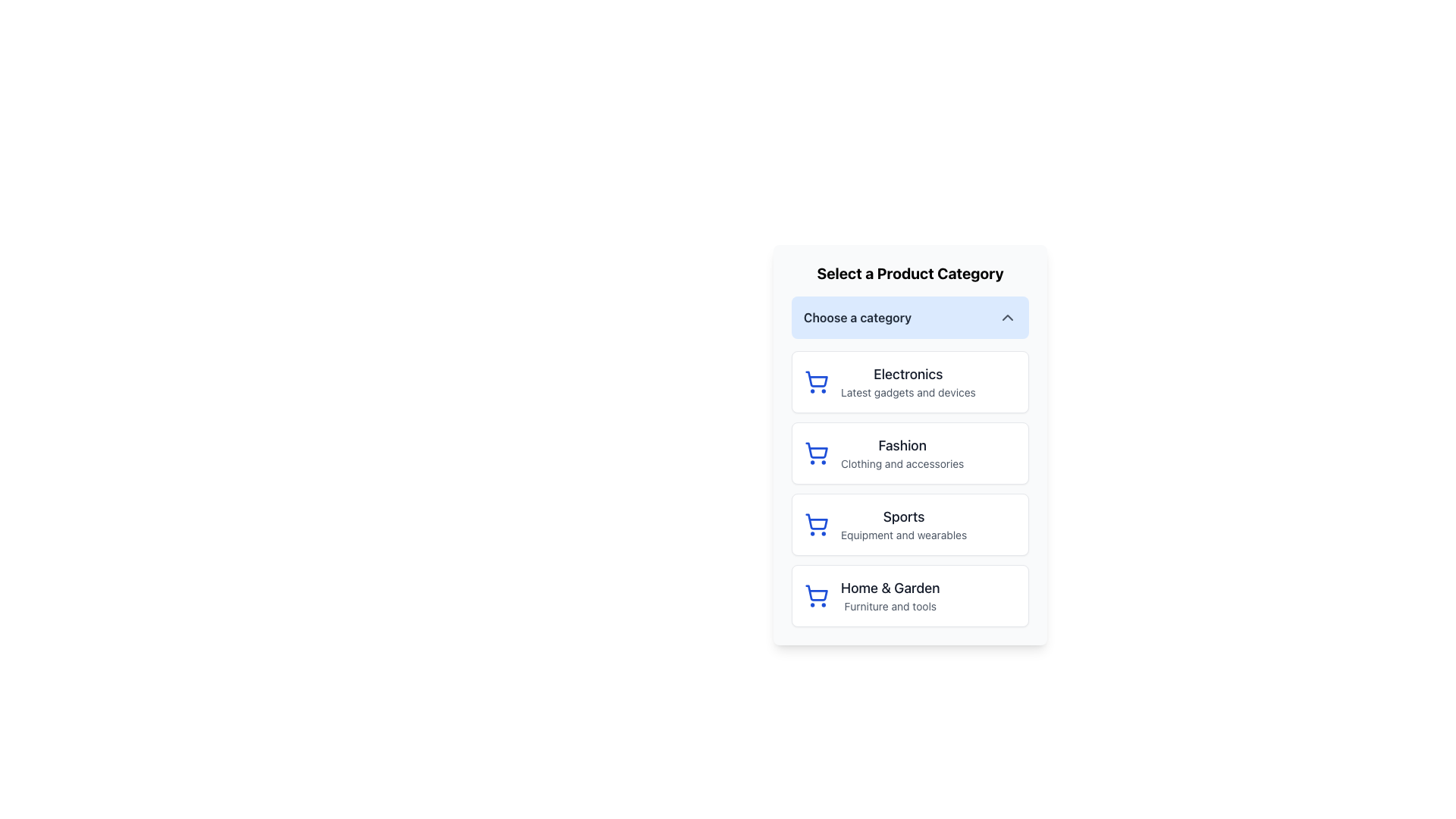 This screenshot has height=819, width=1456. Describe the element at coordinates (816, 378) in the screenshot. I see `the primary graphical icon representing the 'Electronics' category located on the left side of the category item in the vertical list` at that location.